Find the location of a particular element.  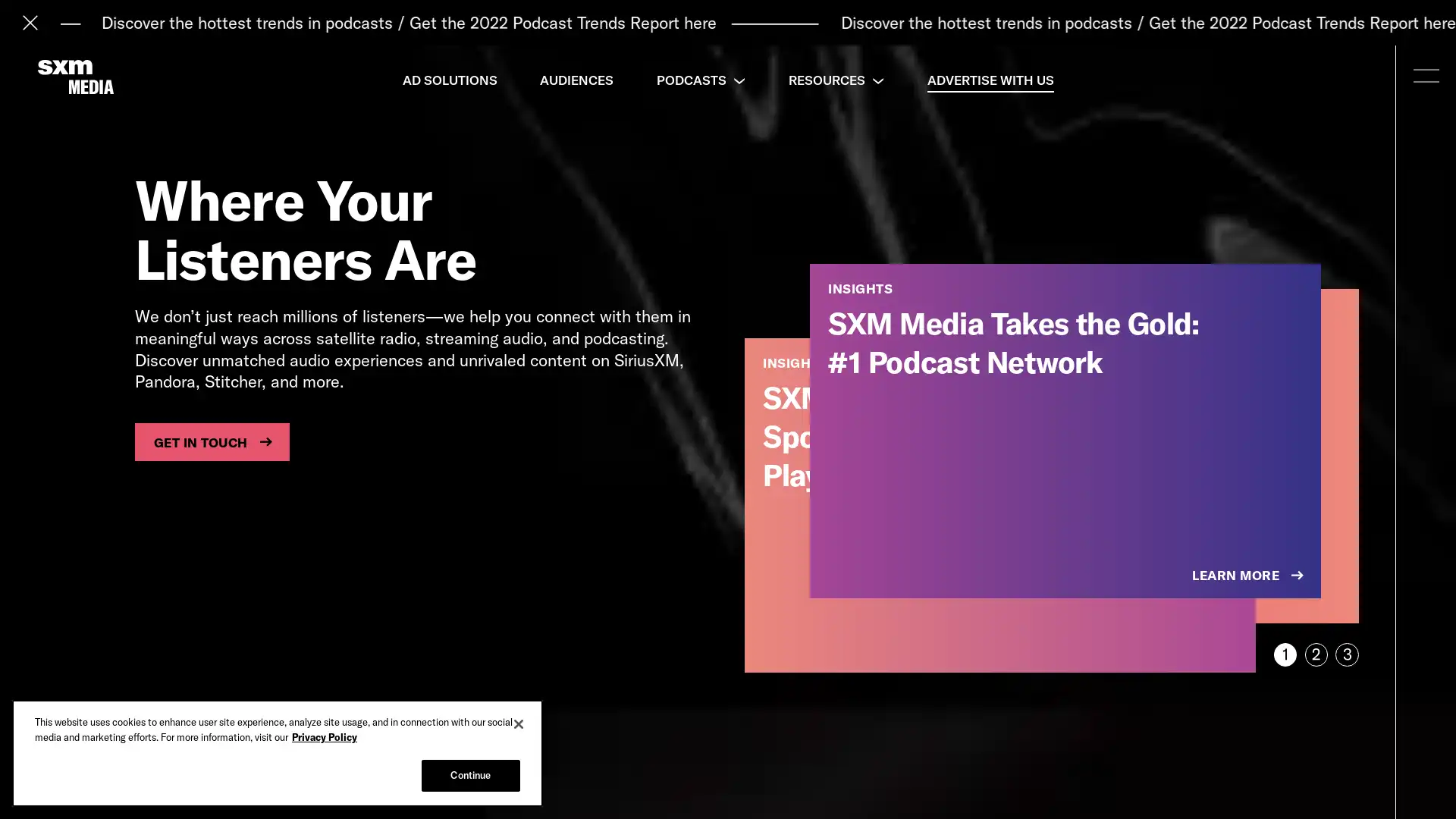

Continue is located at coordinates (469, 775).